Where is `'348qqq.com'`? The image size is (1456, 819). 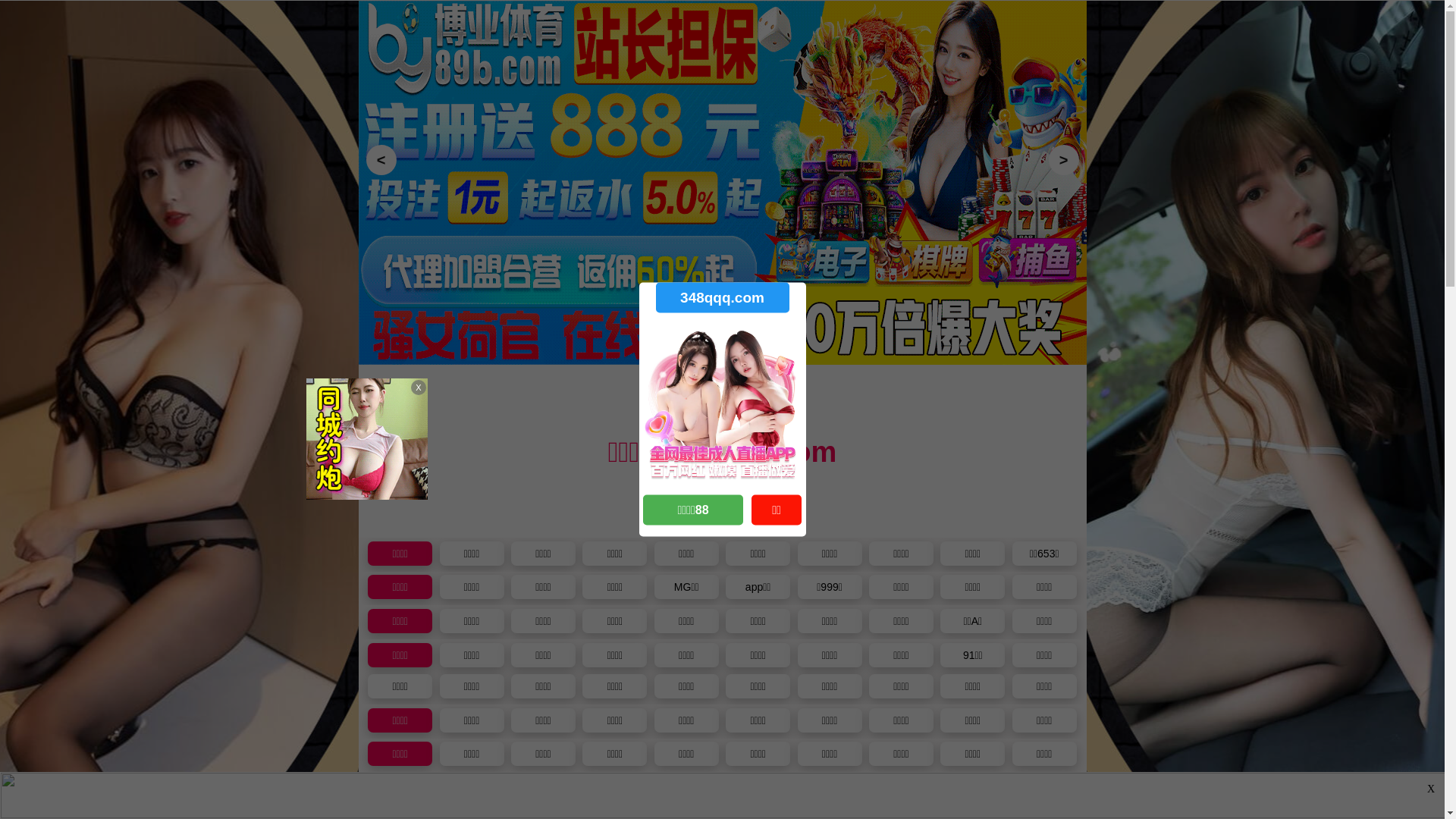
'348qqq.com' is located at coordinates (720, 297).